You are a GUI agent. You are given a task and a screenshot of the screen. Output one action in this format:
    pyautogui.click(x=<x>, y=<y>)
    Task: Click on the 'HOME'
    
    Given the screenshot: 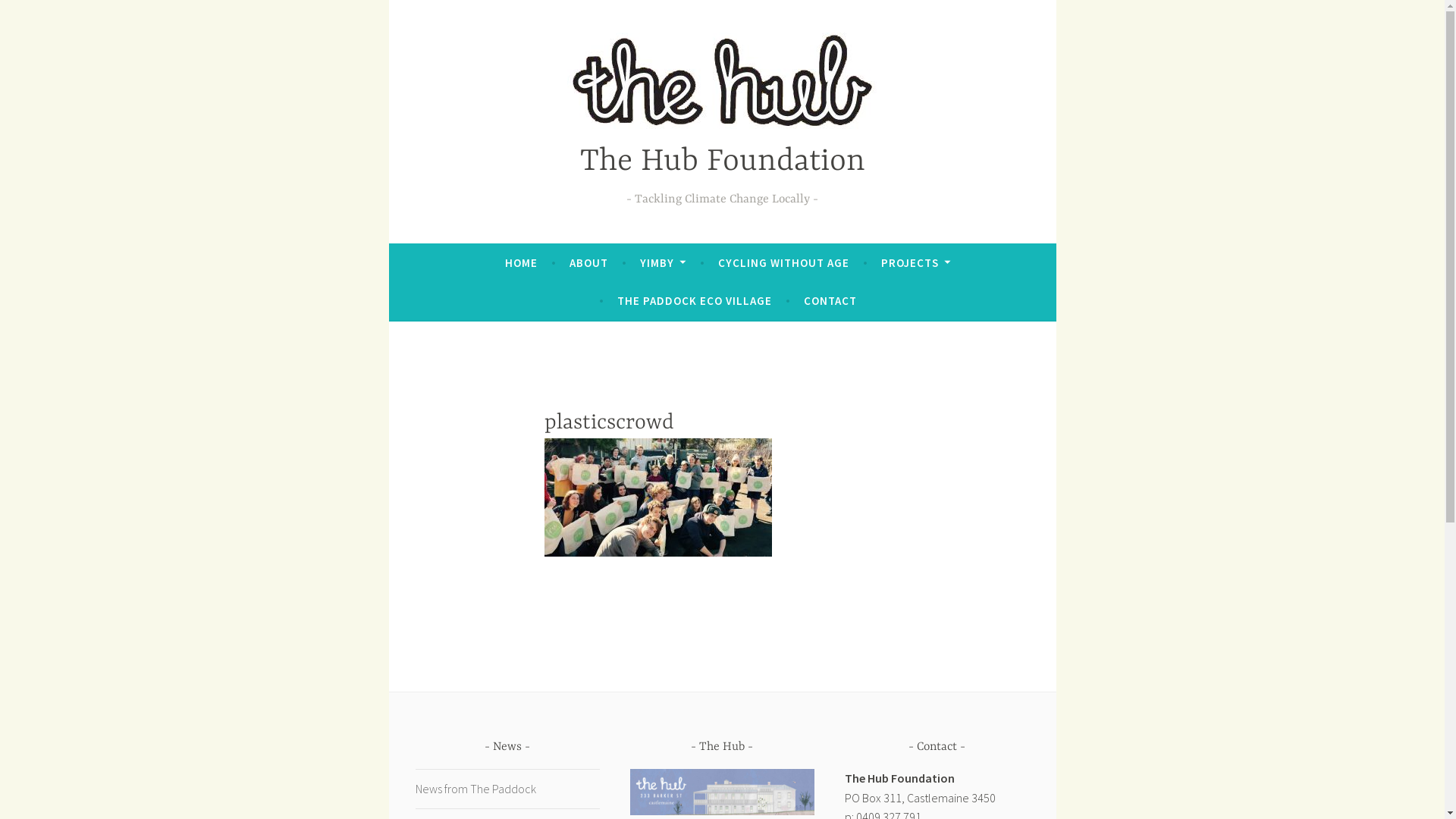 What is the action you would take?
    pyautogui.click(x=521, y=262)
    